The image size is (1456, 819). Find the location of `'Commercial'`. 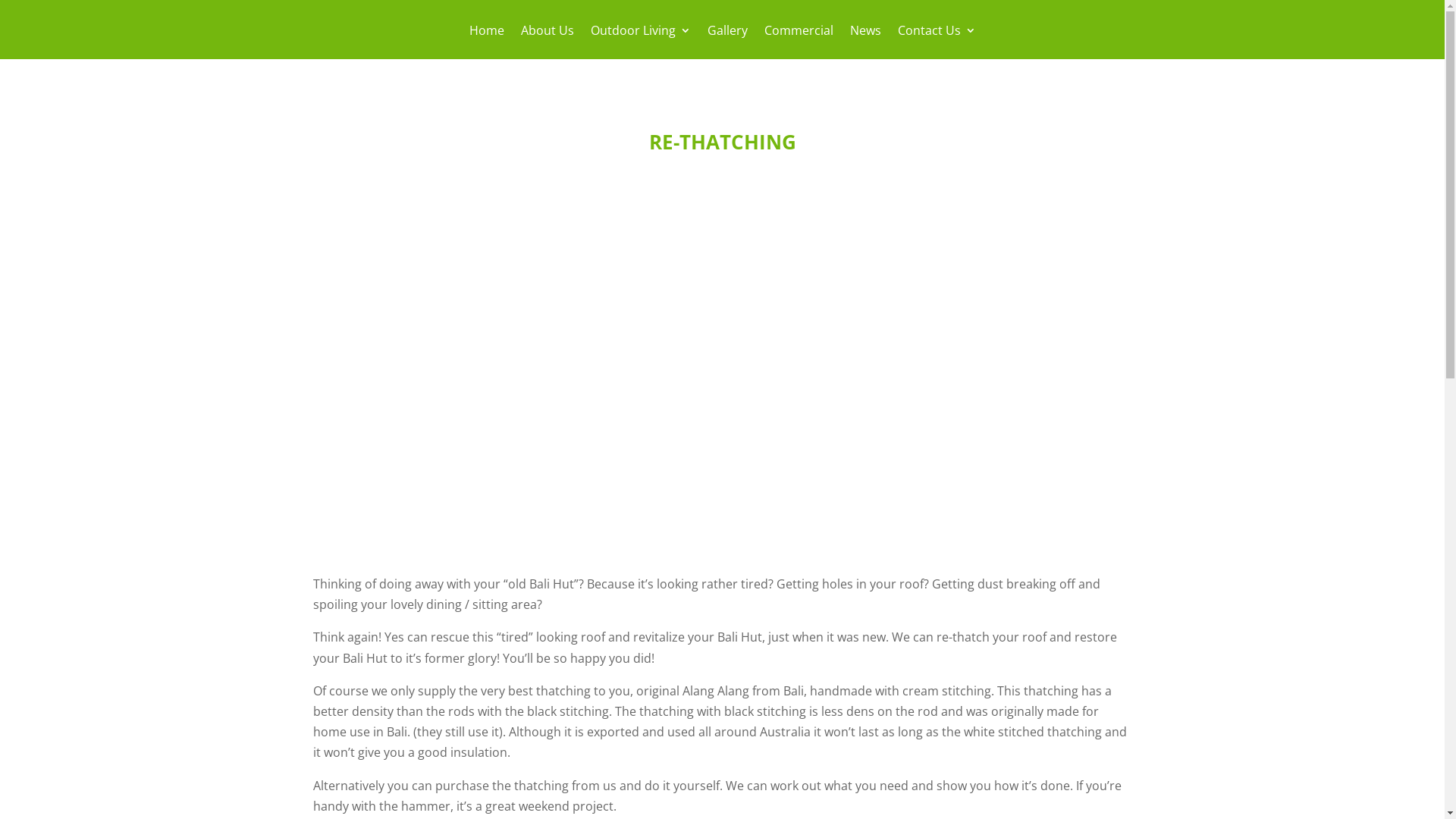

'Commercial' is located at coordinates (798, 40).